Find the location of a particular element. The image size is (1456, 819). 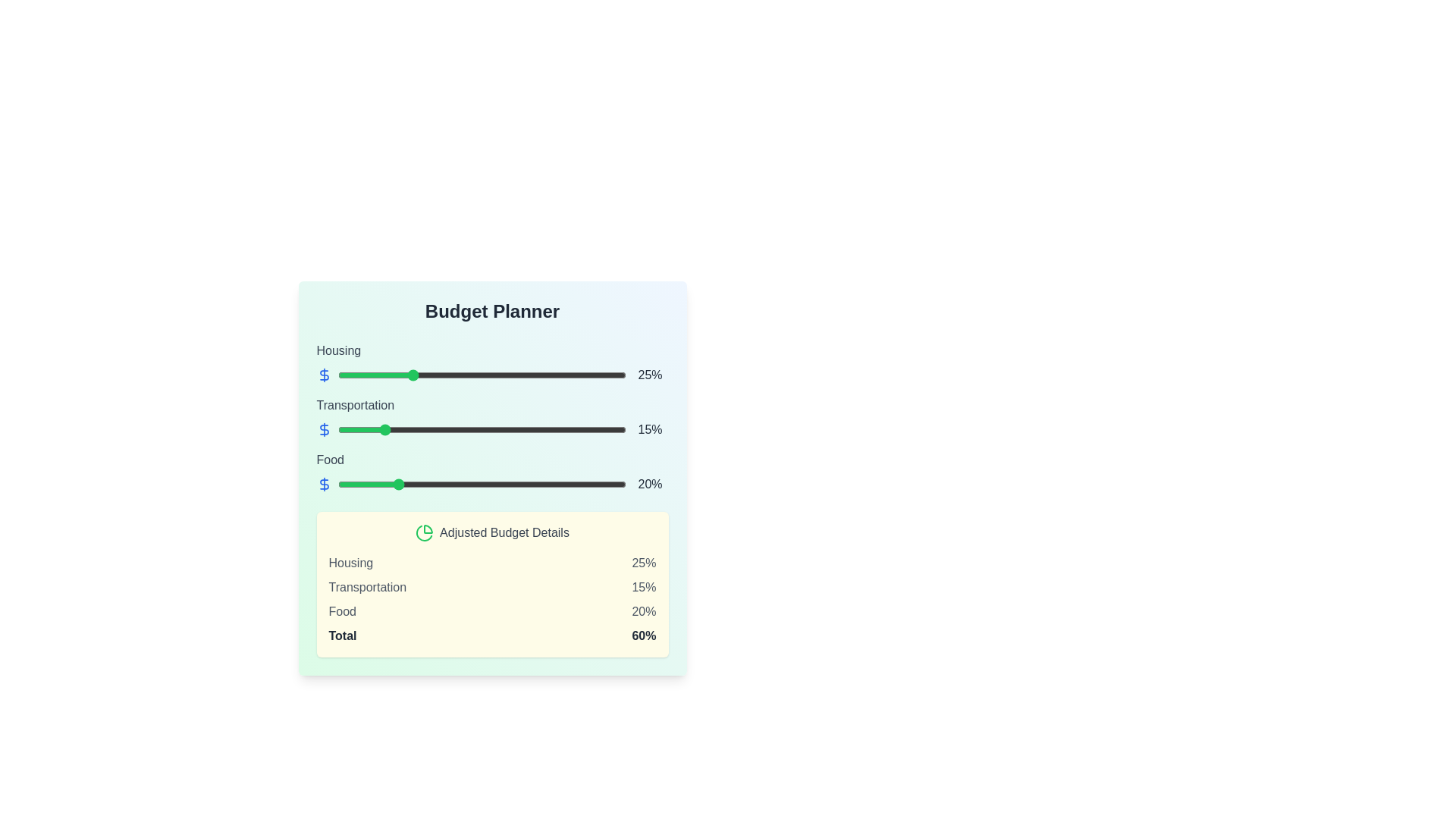

the housing budget slider is located at coordinates (398, 375).